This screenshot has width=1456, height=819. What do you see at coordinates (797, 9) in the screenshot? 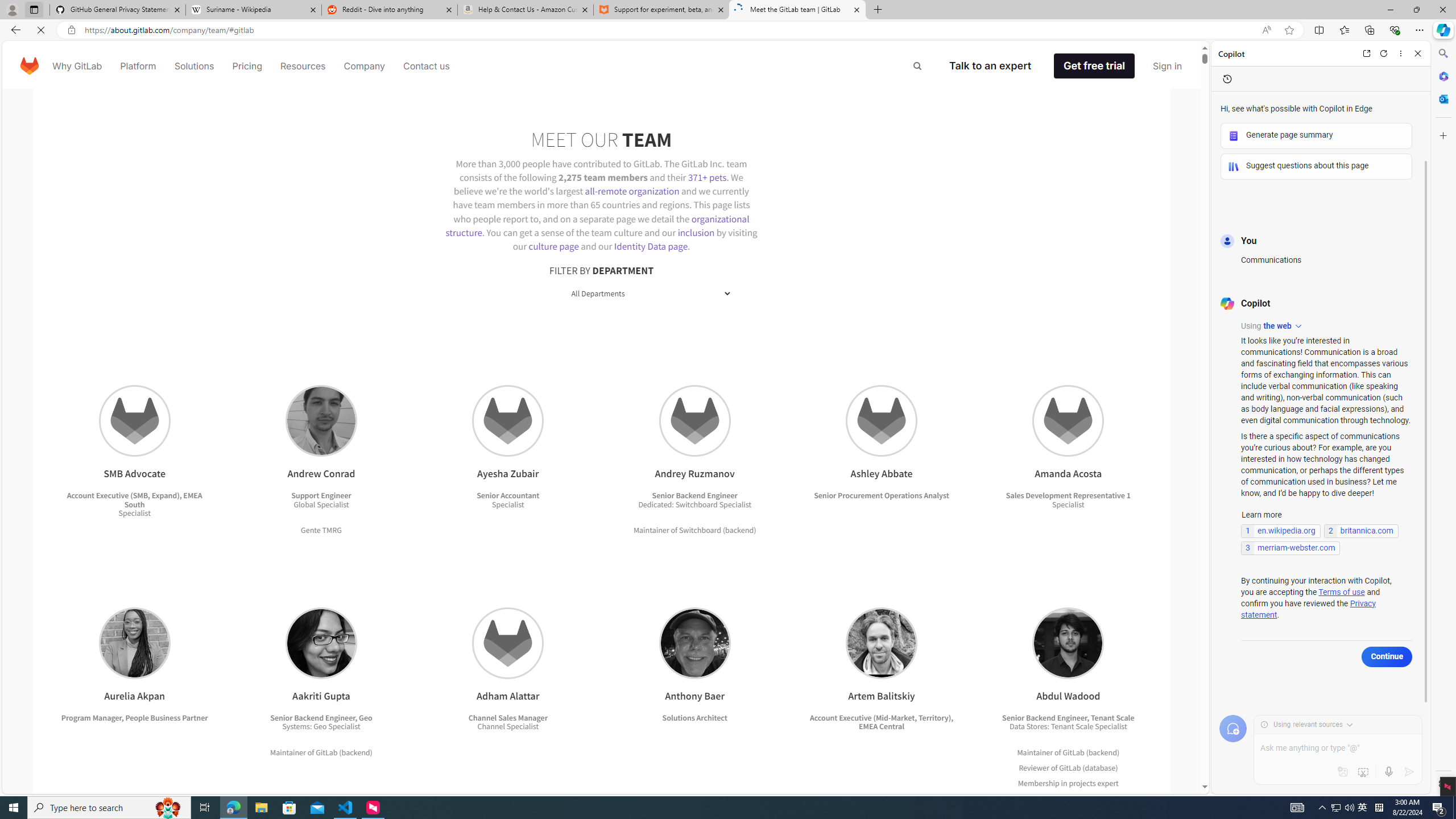
I see `'Meet the GitLab team | GitLab'` at bounding box center [797, 9].